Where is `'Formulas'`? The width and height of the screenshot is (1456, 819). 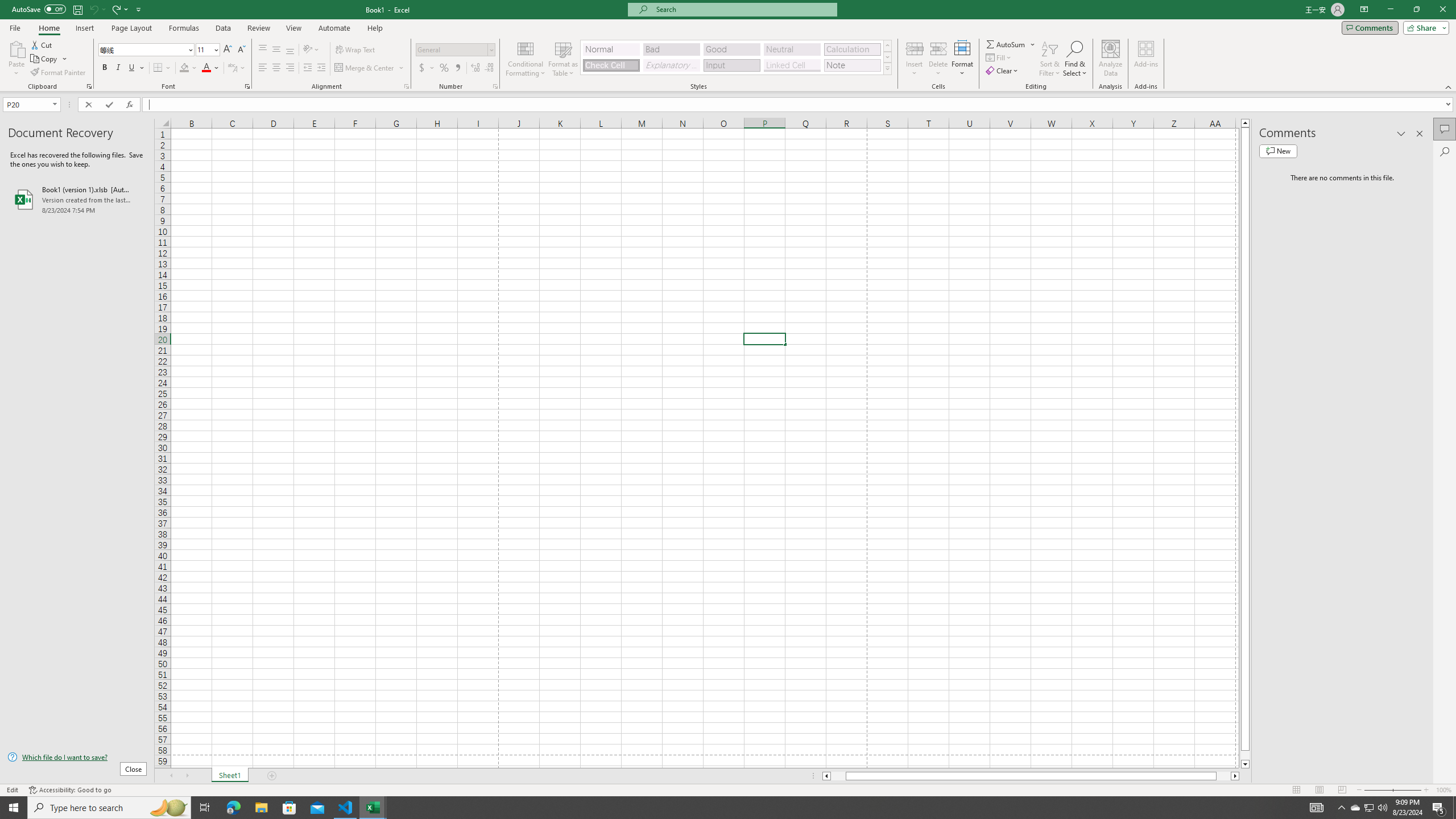
'Formulas' is located at coordinates (185, 28).